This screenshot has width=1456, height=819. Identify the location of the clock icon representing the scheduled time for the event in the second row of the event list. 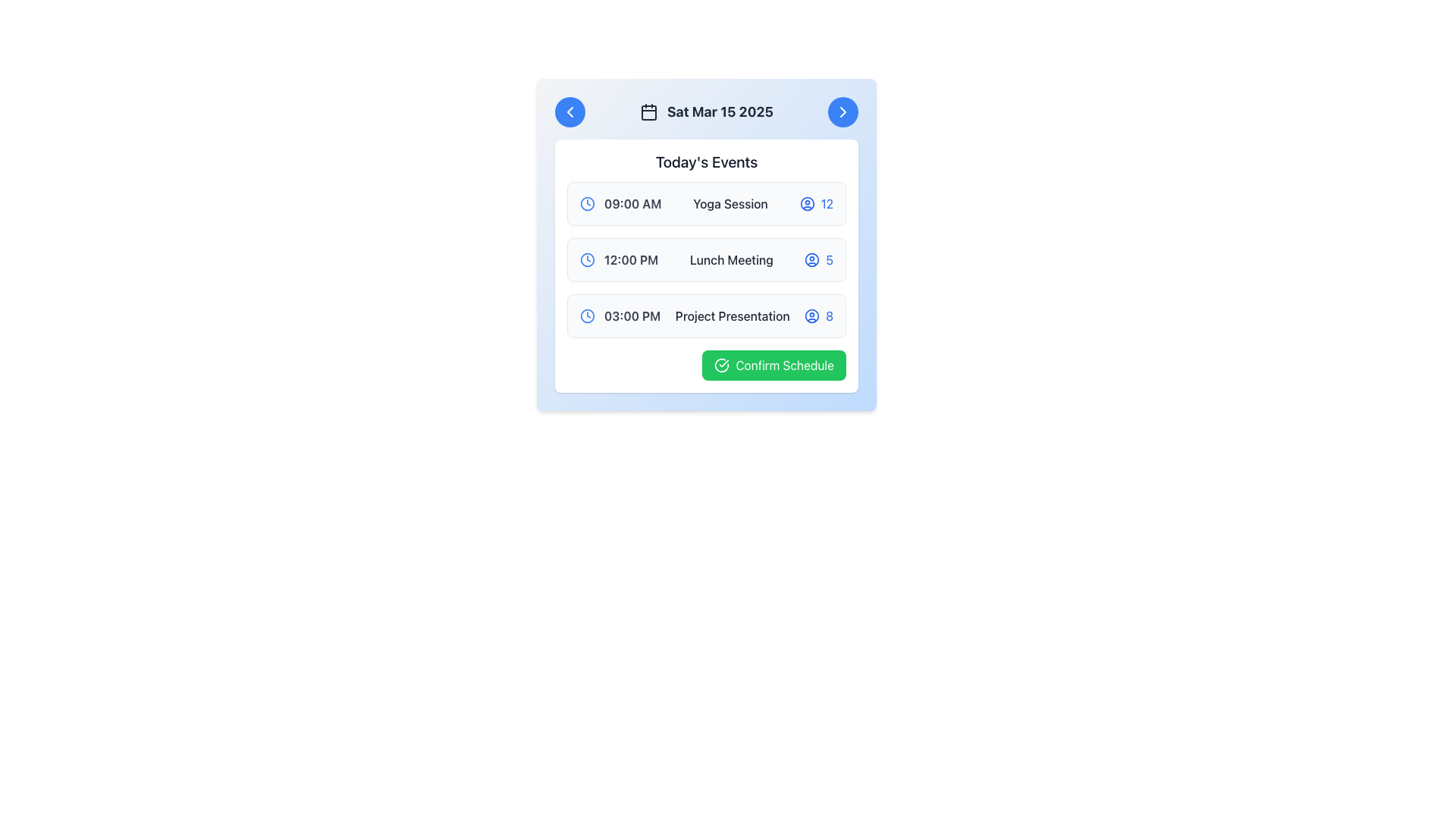
(586, 259).